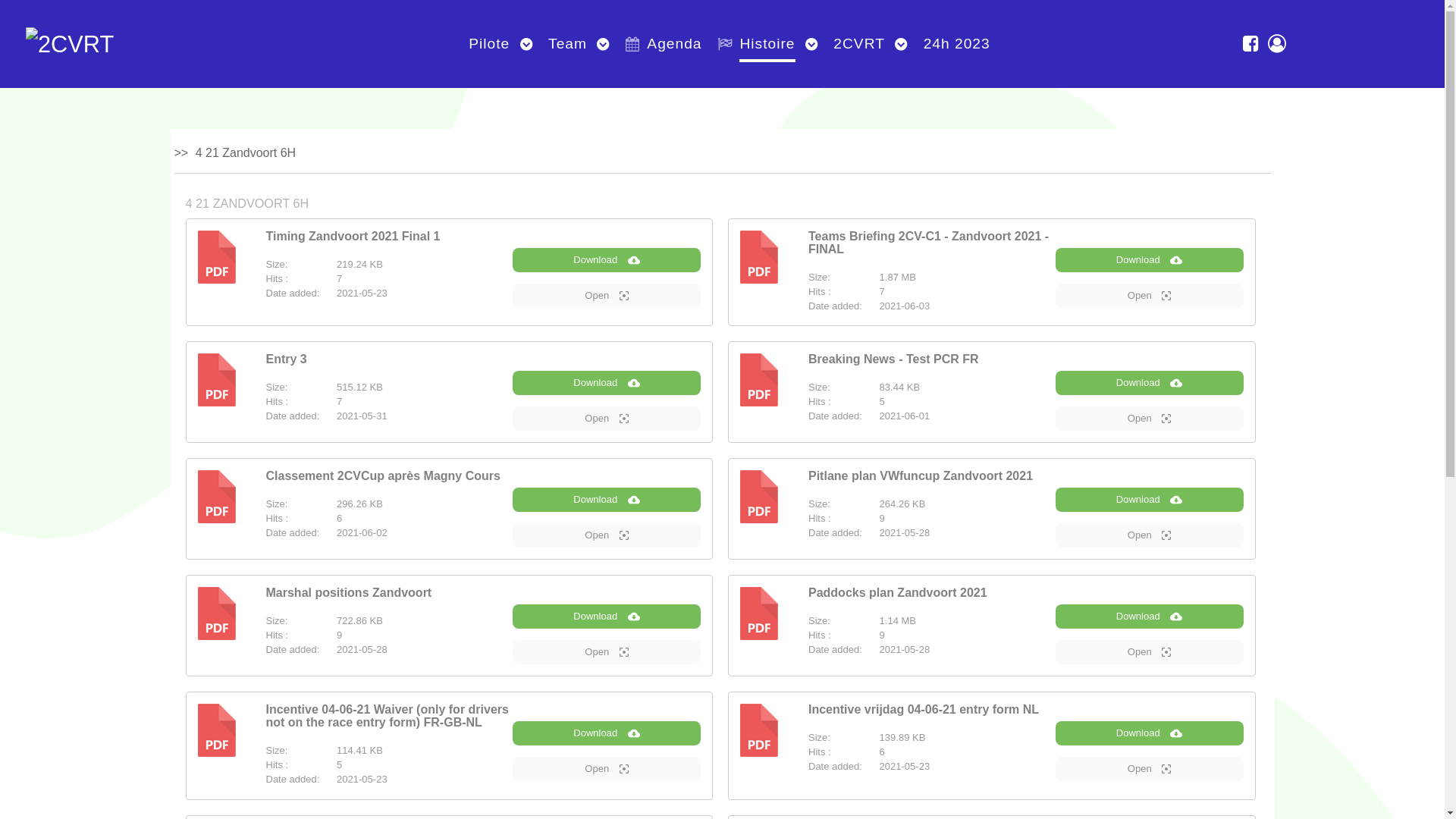 This screenshot has width=1456, height=819. Describe the element at coordinates (893, 359) in the screenshot. I see `'Breaking News - Test PCR FR'` at that location.